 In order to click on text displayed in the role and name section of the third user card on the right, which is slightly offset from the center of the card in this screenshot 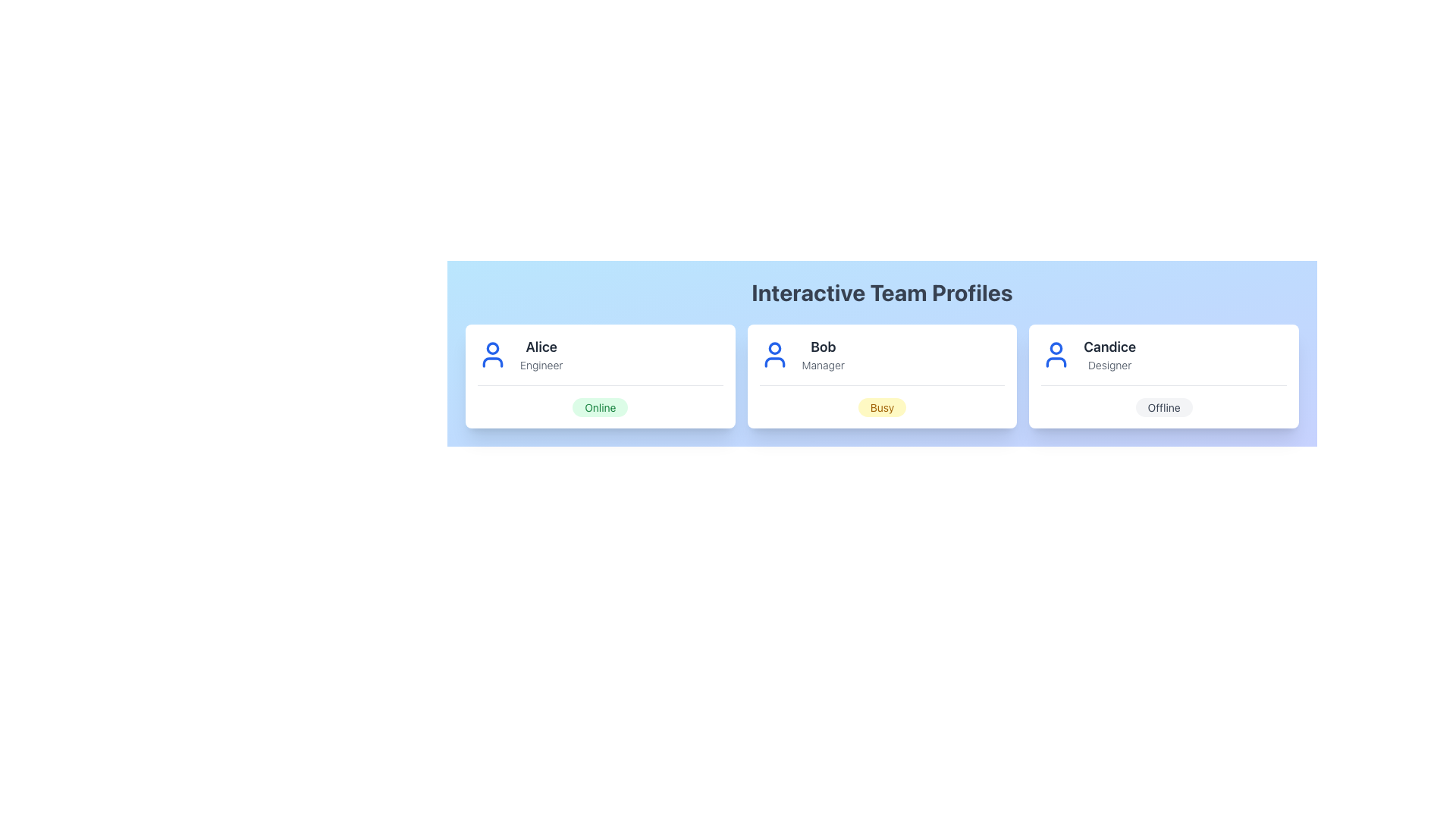, I will do `click(1109, 354)`.